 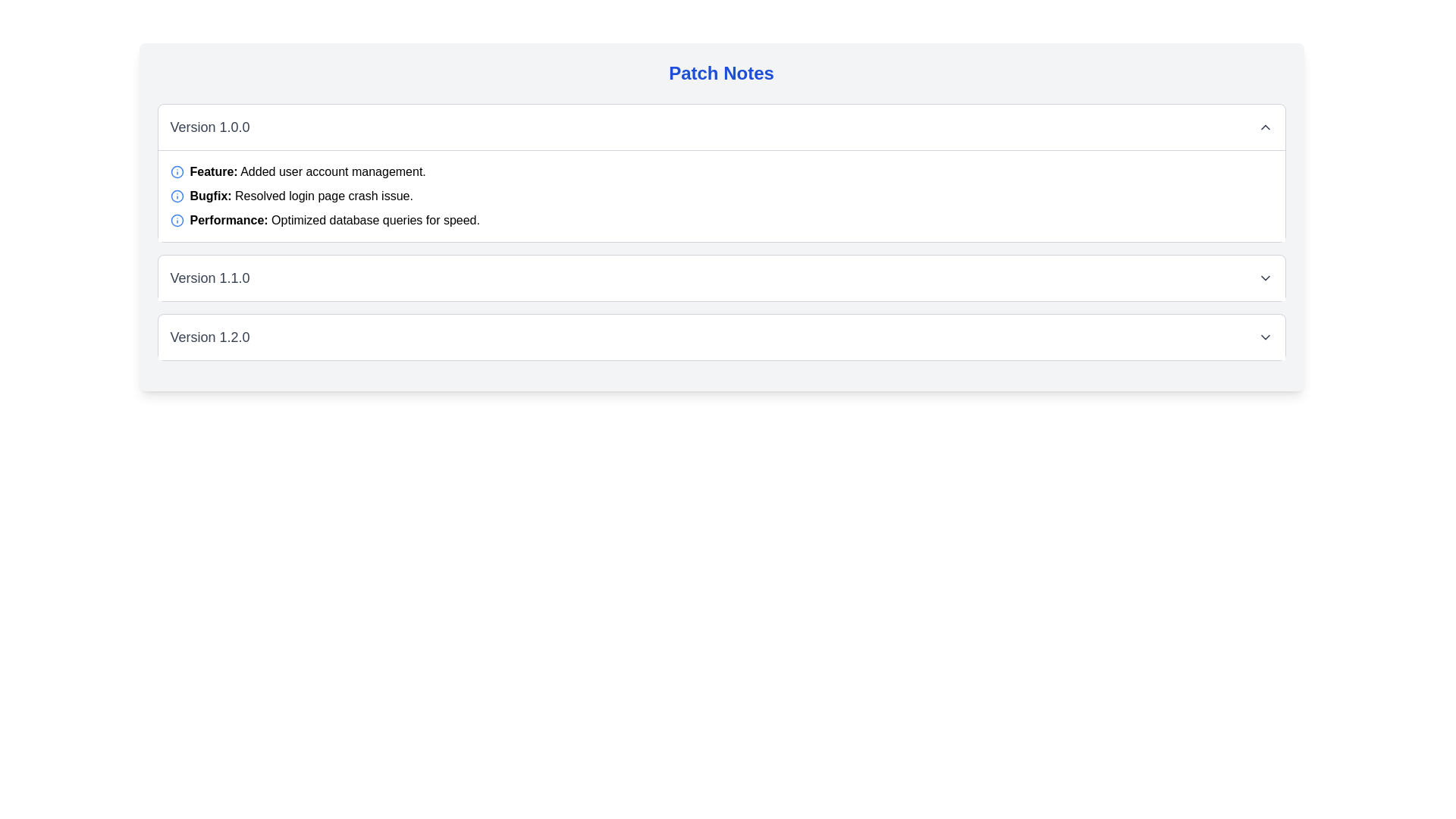 What do you see at coordinates (177, 220) in the screenshot?
I see `the information indicator icon located to the left of the text labeled 'Performance: Optimized database queries for speed.' in the list of patch notes for Version 1.0.0, specifically the third item in the list` at bounding box center [177, 220].